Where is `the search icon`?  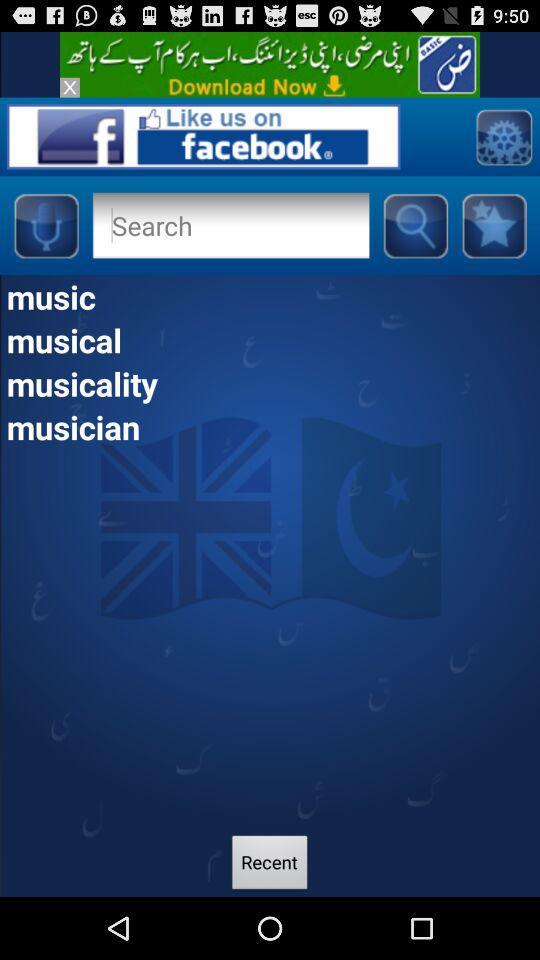
the search icon is located at coordinates (414, 240).